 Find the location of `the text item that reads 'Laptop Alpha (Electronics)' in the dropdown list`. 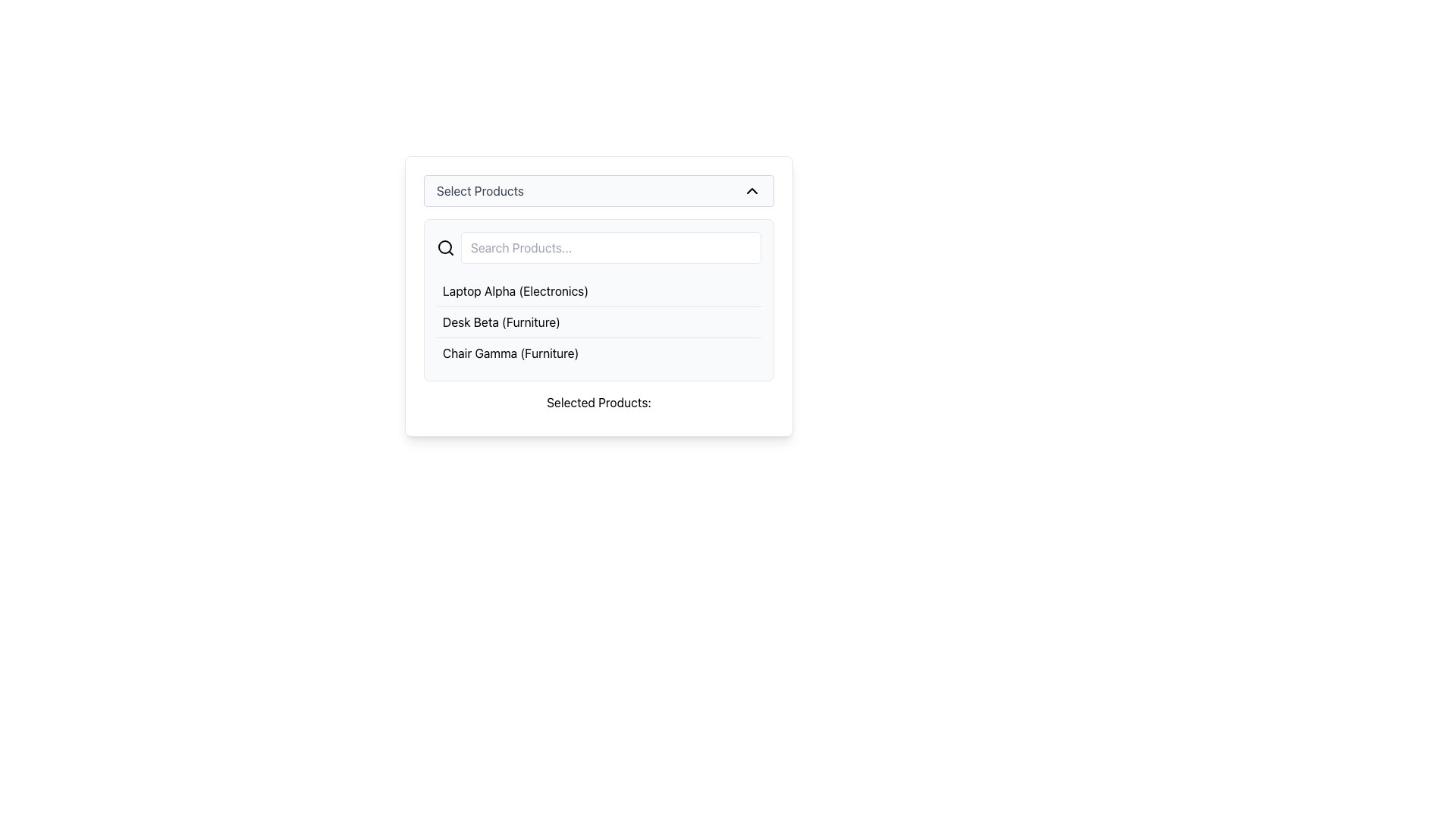

the text item that reads 'Laptop Alpha (Electronics)' in the dropdown list is located at coordinates (516, 291).